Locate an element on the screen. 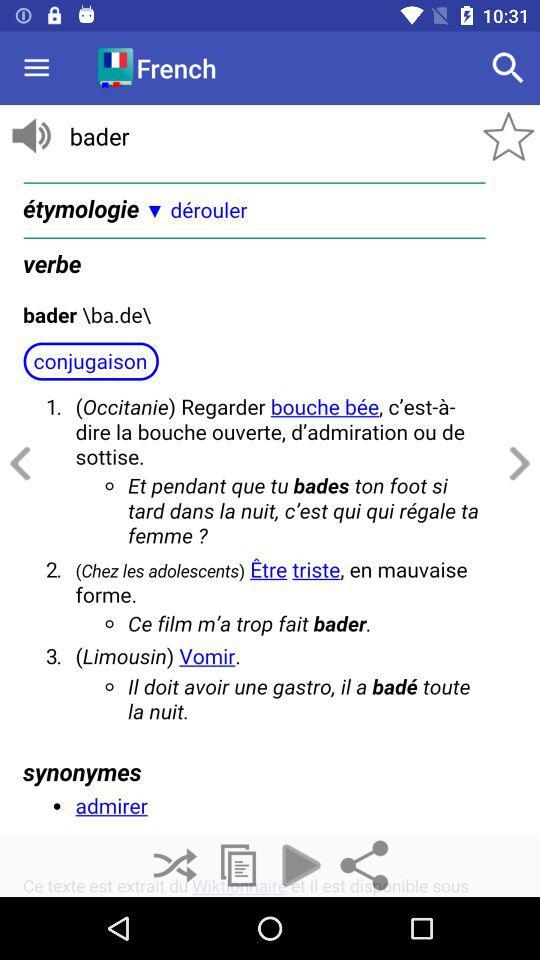 This screenshot has height=960, width=540. go back is located at coordinates (22, 464).